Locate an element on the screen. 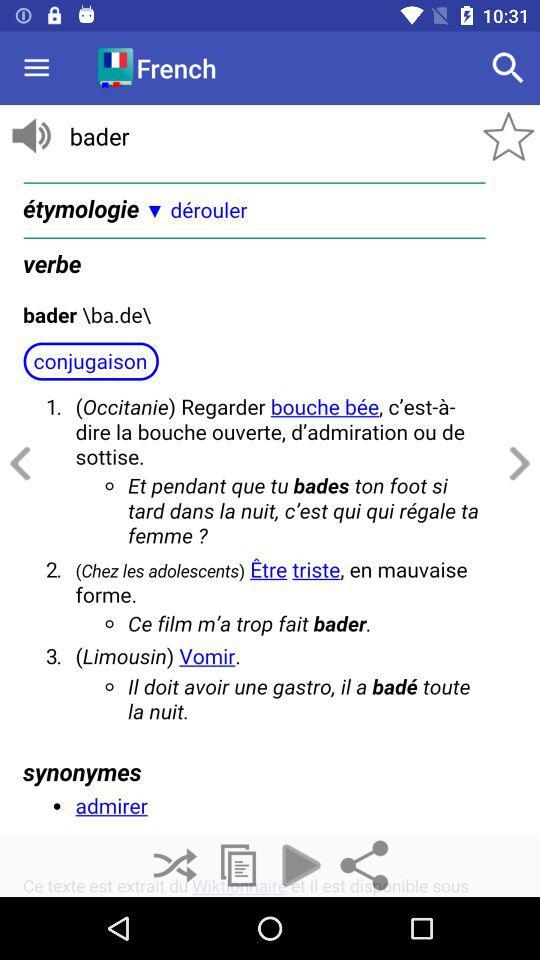 This screenshot has height=960, width=540. go back is located at coordinates (22, 464).